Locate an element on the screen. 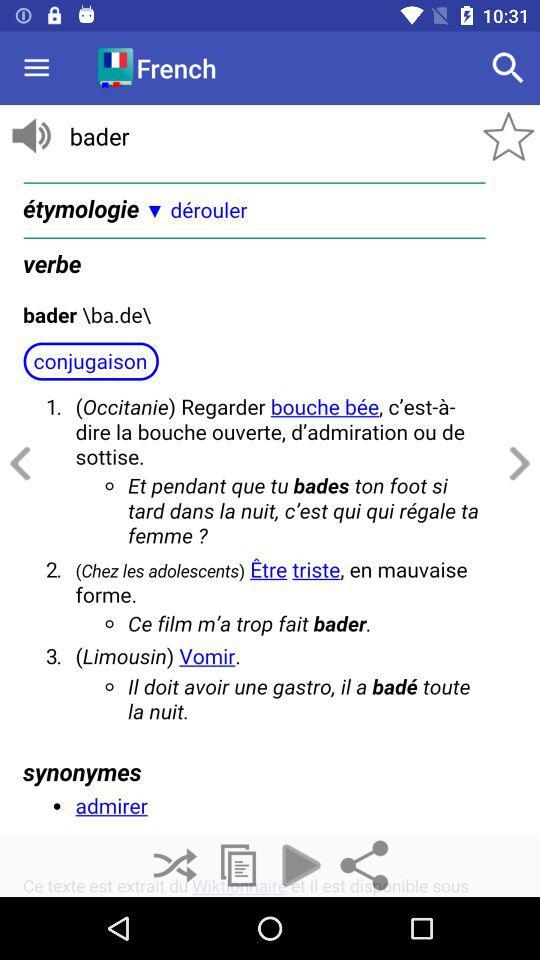 This screenshot has height=960, width=540. go back is located at coordinates (22, 464).